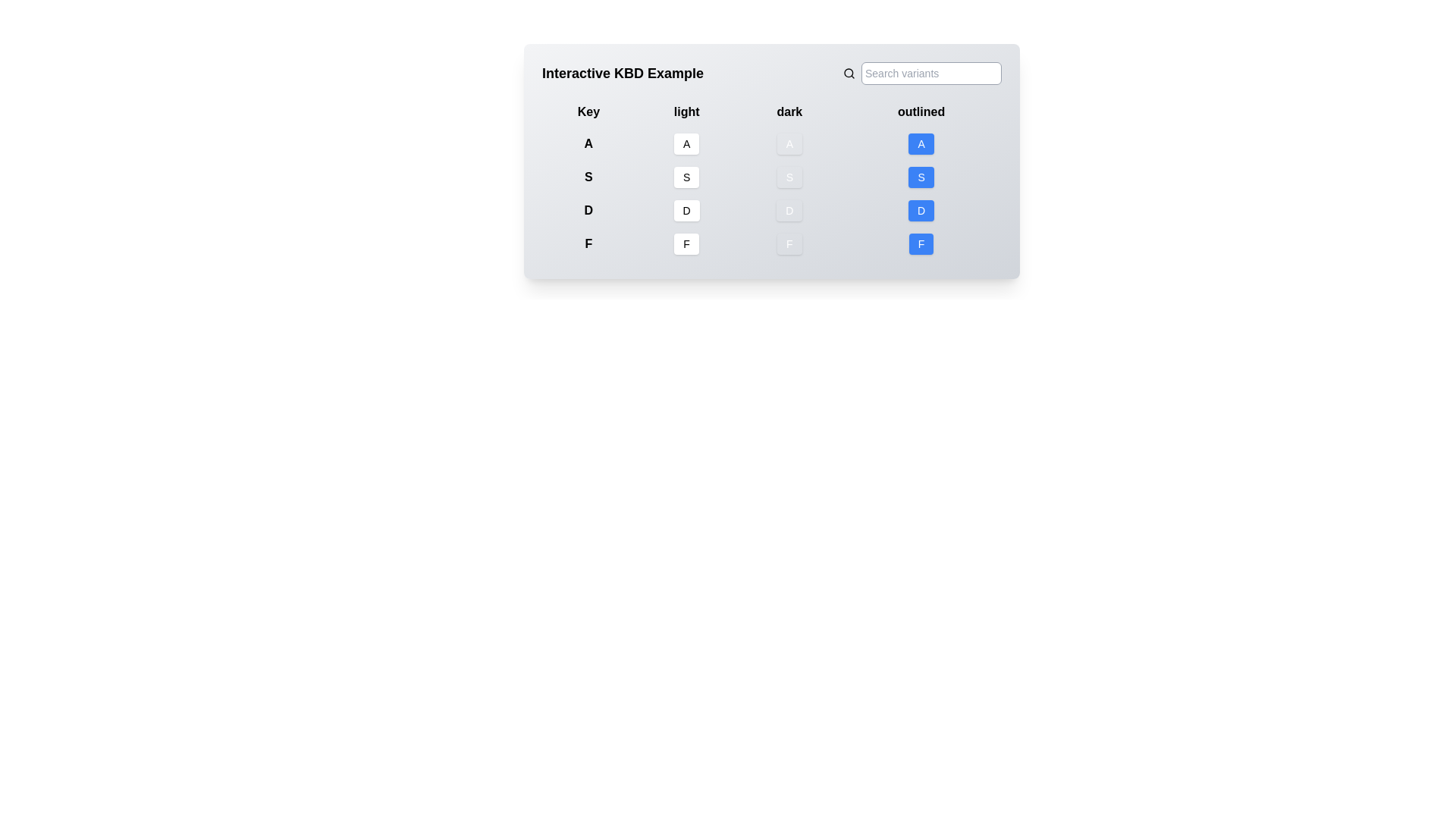 The height and width of the screenshot is (819, 1456). I want to click on the third column header in the table layout, which is positioned between the 'light' header on the left and the 'outlined' header on the right, so click(771, 111).